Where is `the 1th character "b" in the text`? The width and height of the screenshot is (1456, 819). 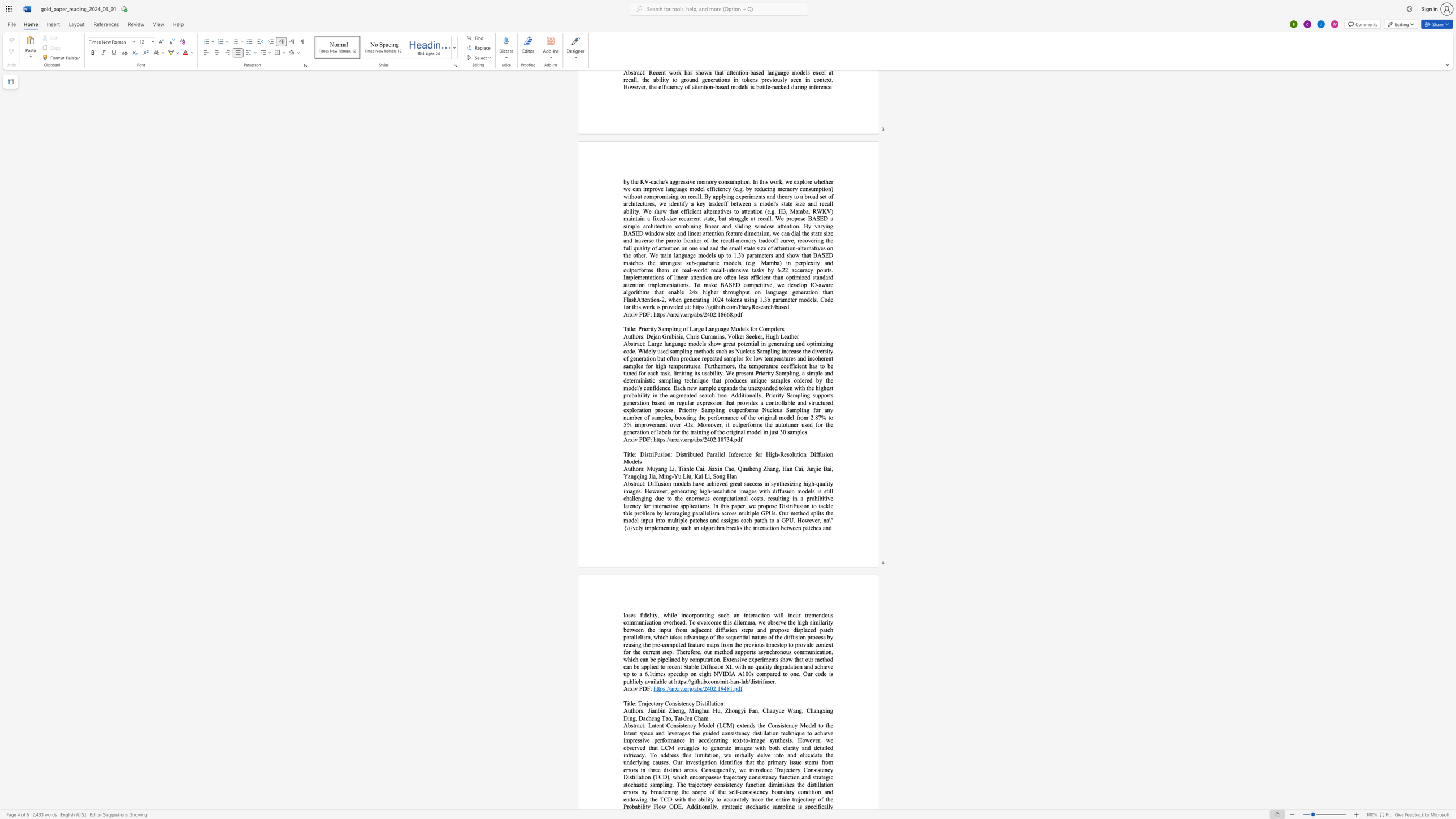 the 1th character "b" in the text is located at coordinates (630, 483).